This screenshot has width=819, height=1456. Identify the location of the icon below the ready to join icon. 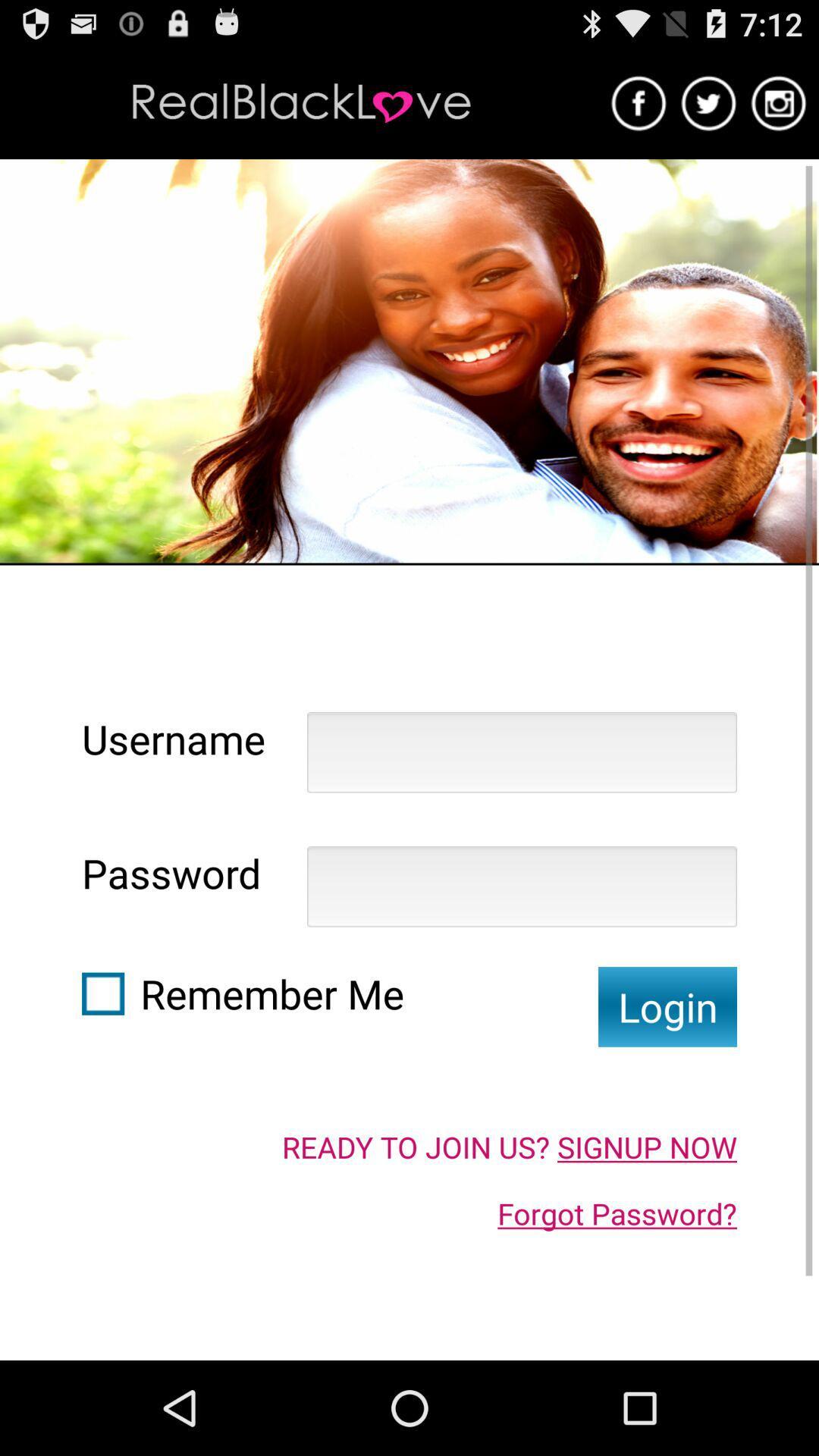
(617, 1213).